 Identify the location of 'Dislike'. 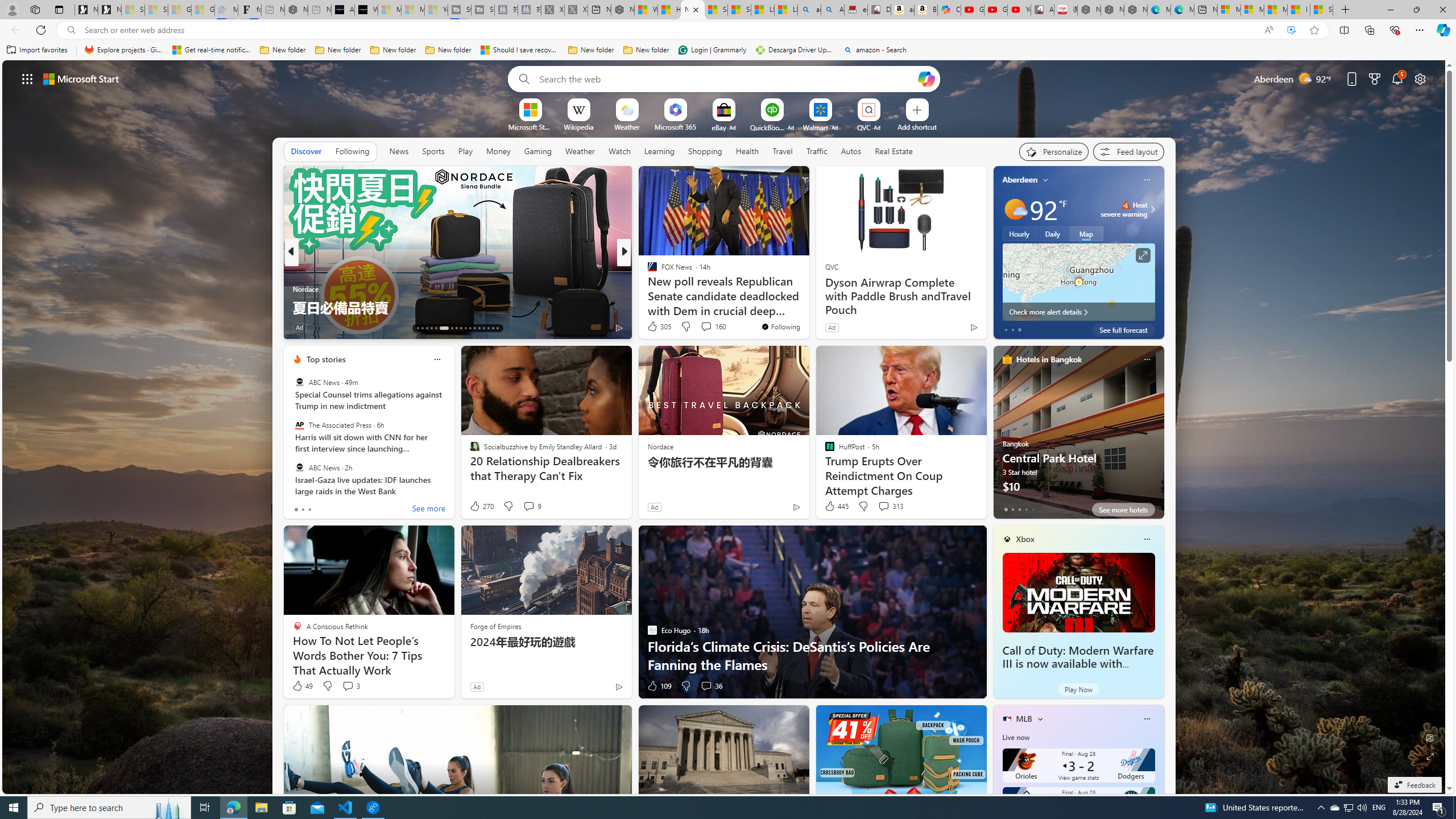
(685, 686).